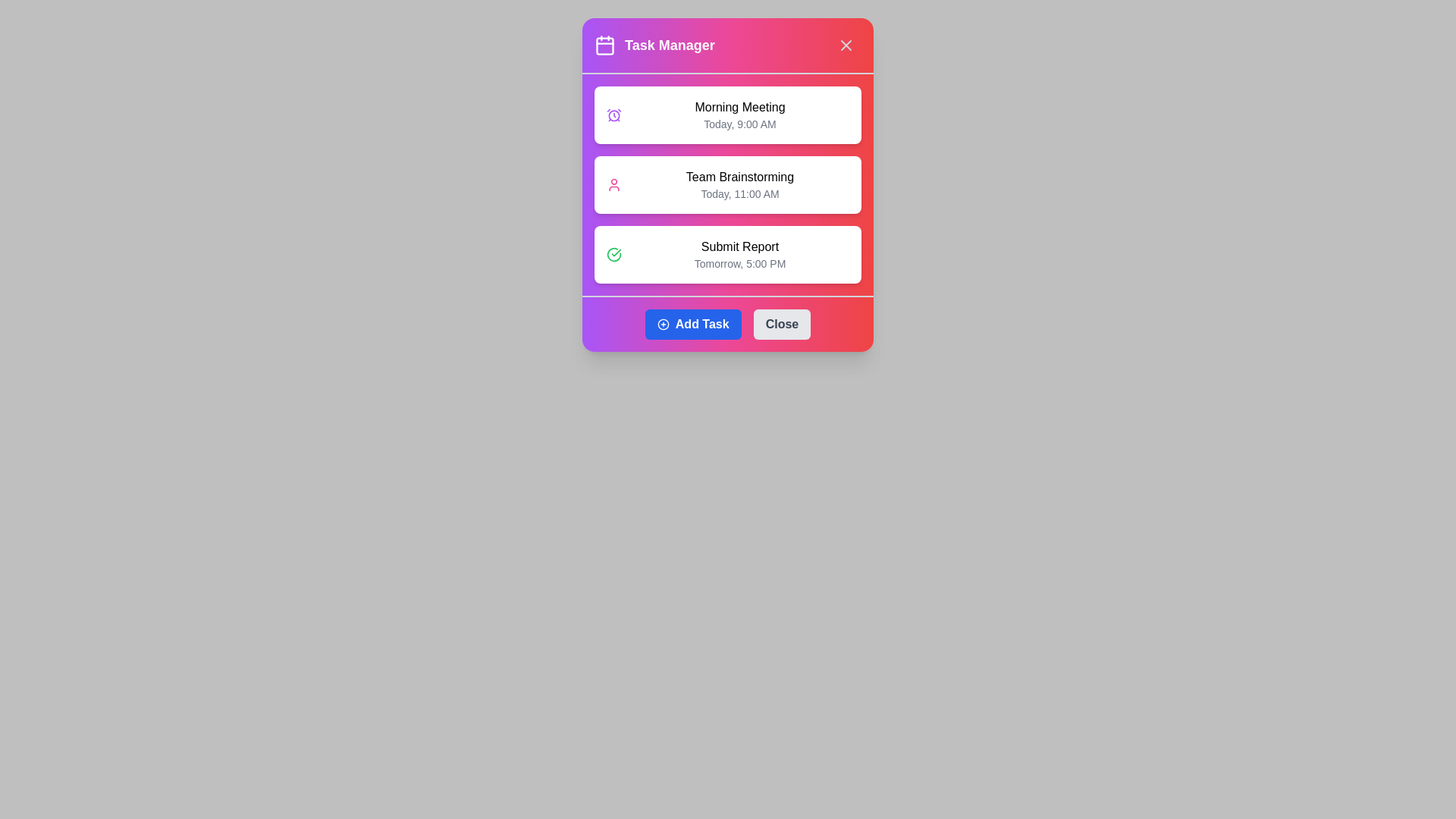  Describe the element at coordinates (692, 324) in the screenshot. I see `the 'Add Task' button located in the bottom row of the pop-up modal, immediately to the left of the 'Close' button` at that location.